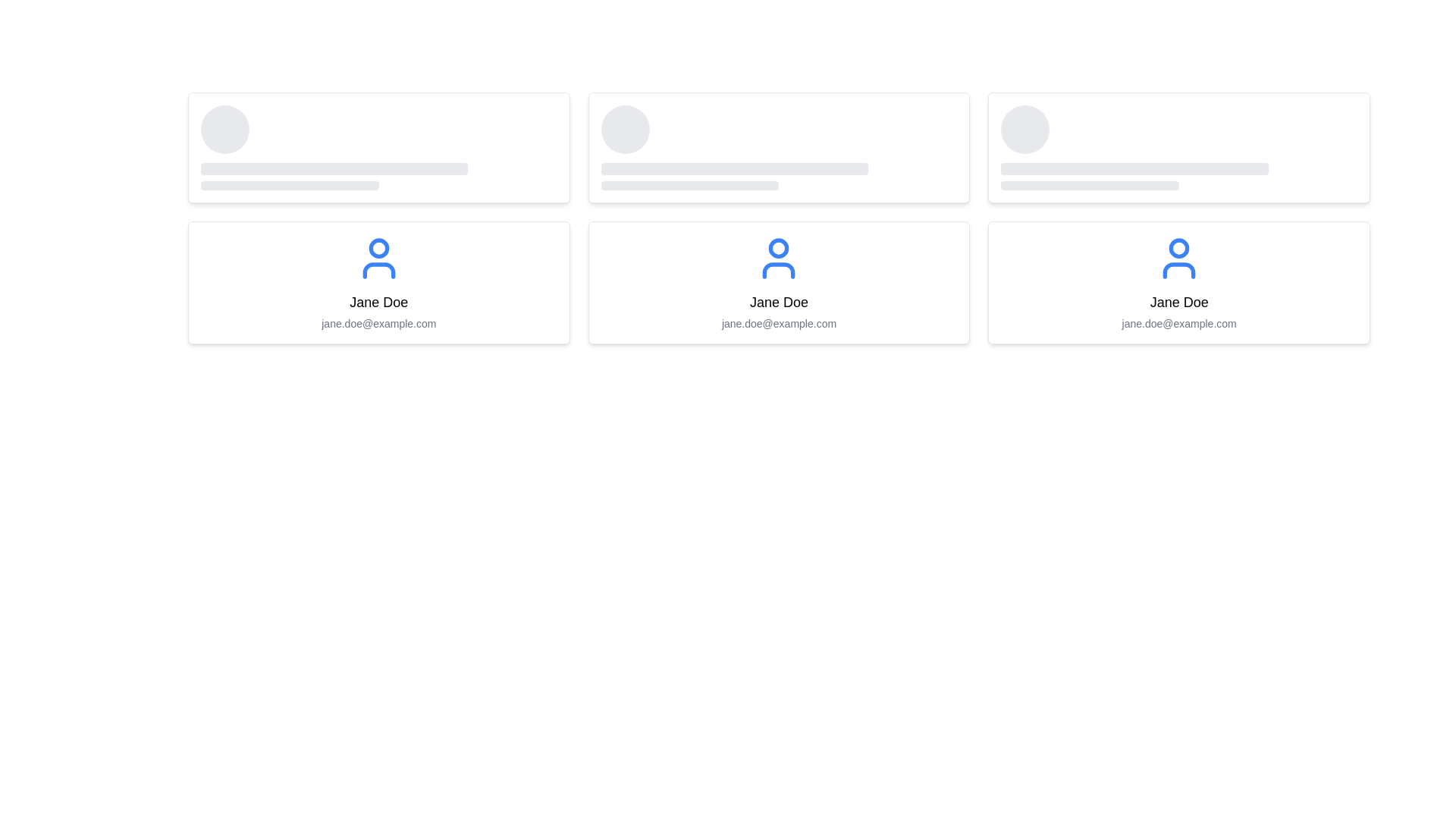  I want to click on the text element displaying 'Jane Doe', which is centrally aligned within its card and located below the user icon, so click(779, 302).